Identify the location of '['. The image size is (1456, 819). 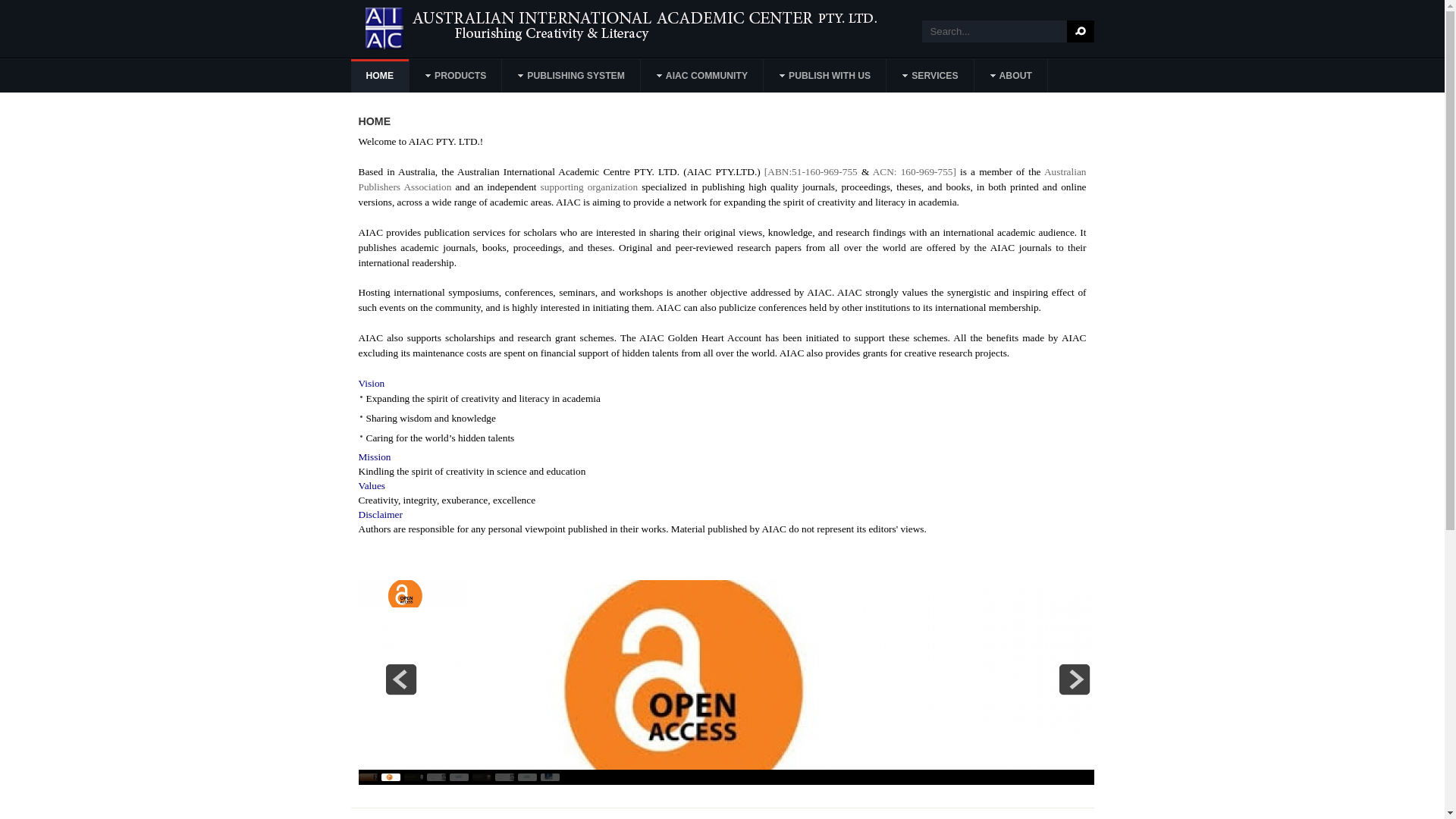
(764, 171).